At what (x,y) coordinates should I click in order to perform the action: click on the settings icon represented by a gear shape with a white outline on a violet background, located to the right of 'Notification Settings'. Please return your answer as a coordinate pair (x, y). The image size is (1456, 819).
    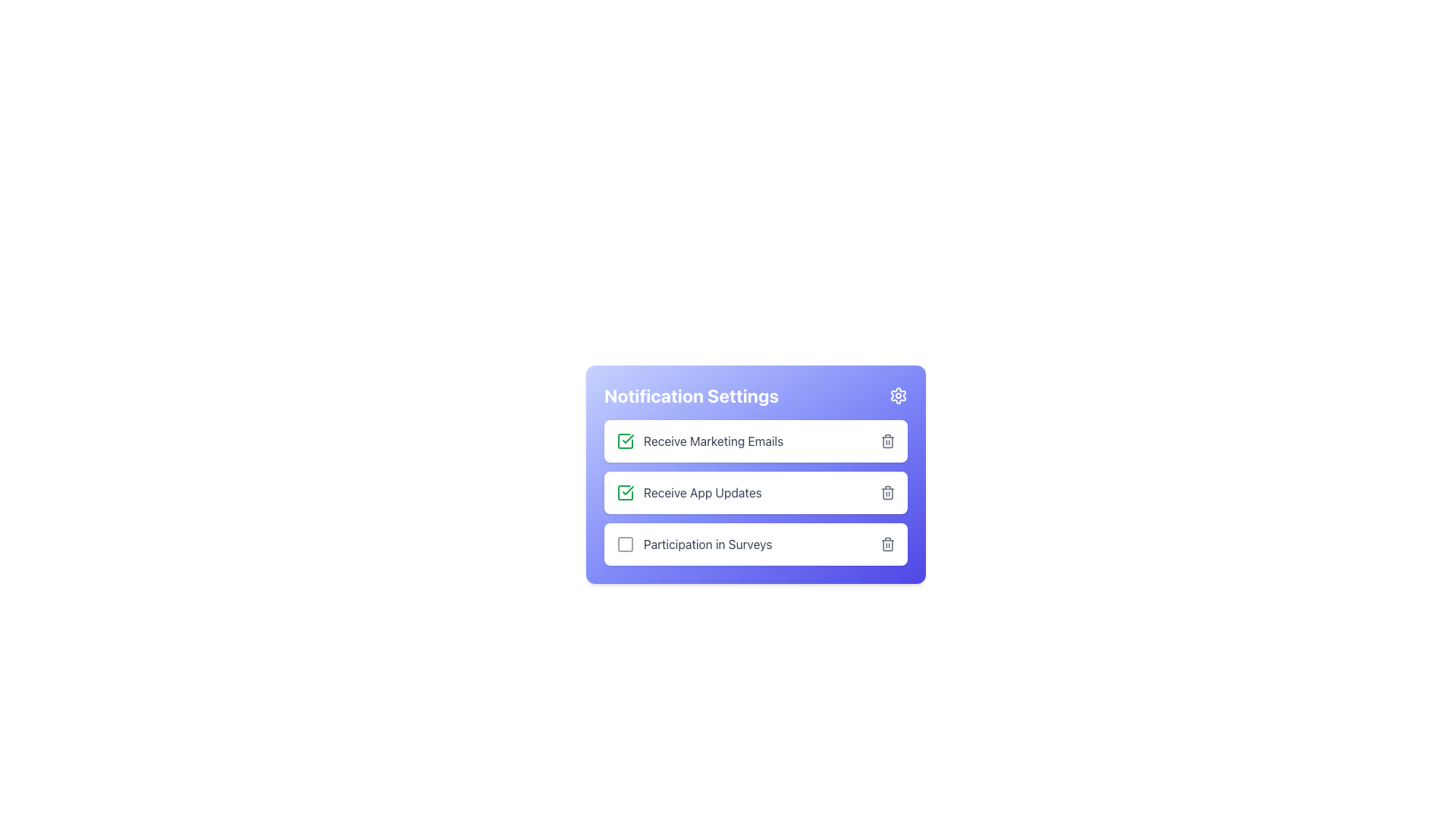
    Looking at the image, I should click on (899, 394).